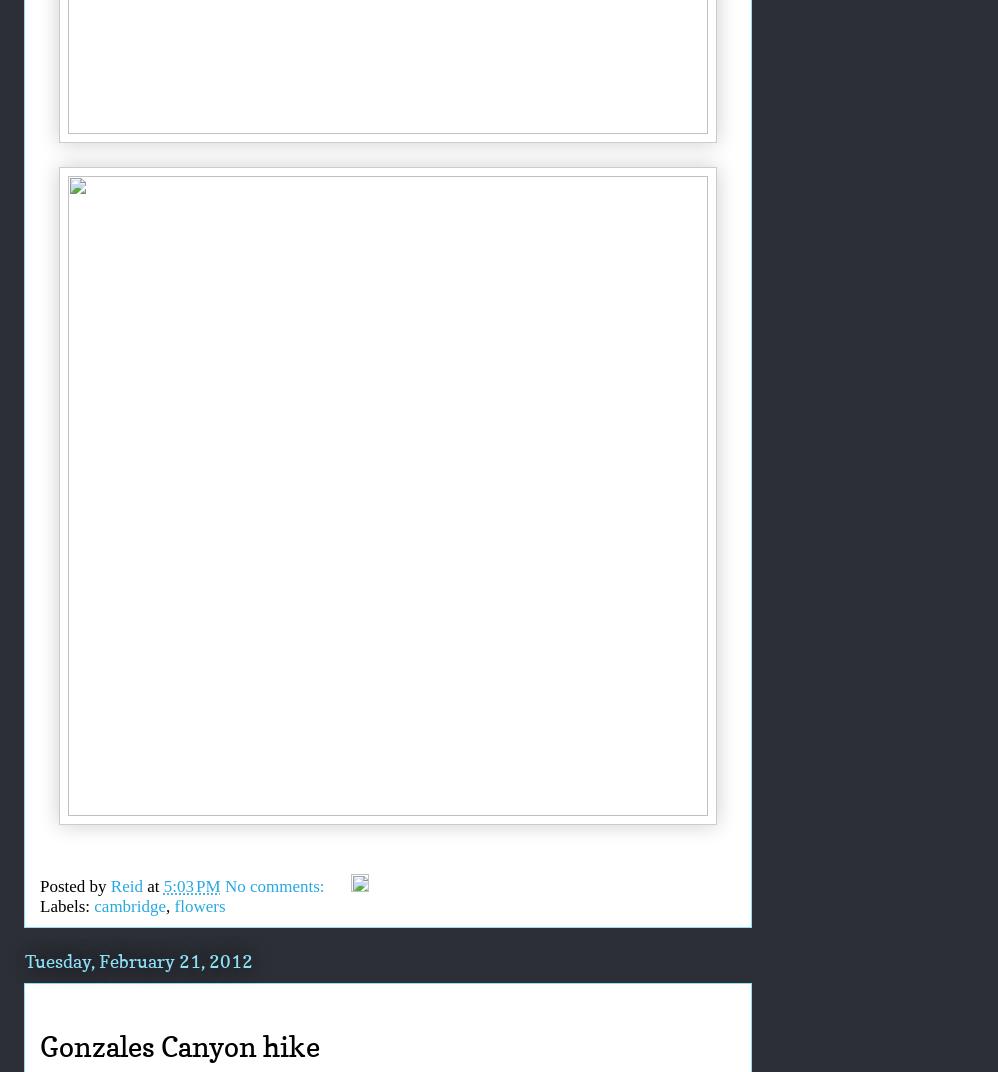 This screenshot has width=998, height=1072. Describe the element at coordinates (275, 886) in the screenshot. I see `'No comments:'` at that location.